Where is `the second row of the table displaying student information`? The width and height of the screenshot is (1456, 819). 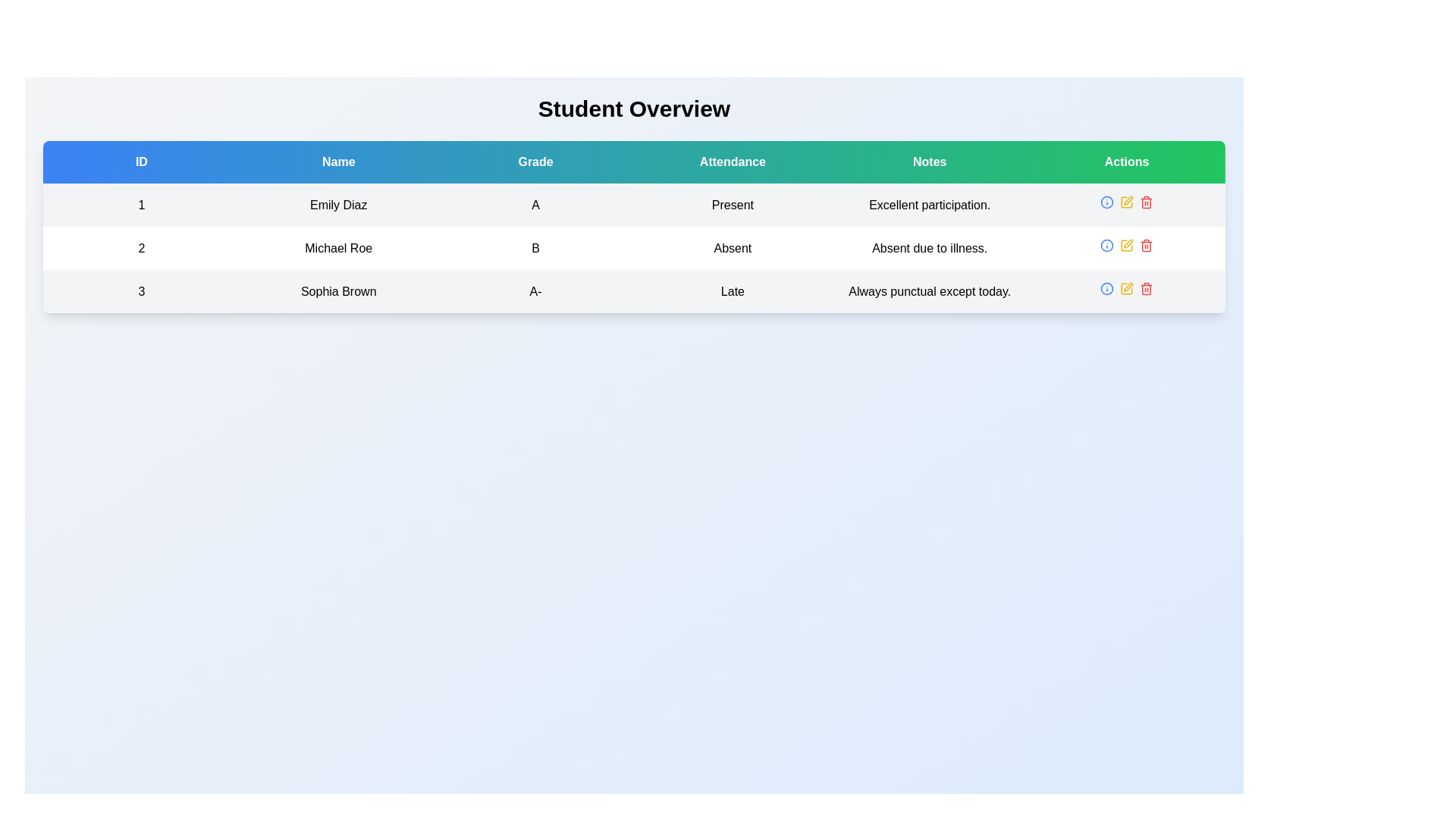 the second row of the table displaying student information is located at coordinates (634, 247).